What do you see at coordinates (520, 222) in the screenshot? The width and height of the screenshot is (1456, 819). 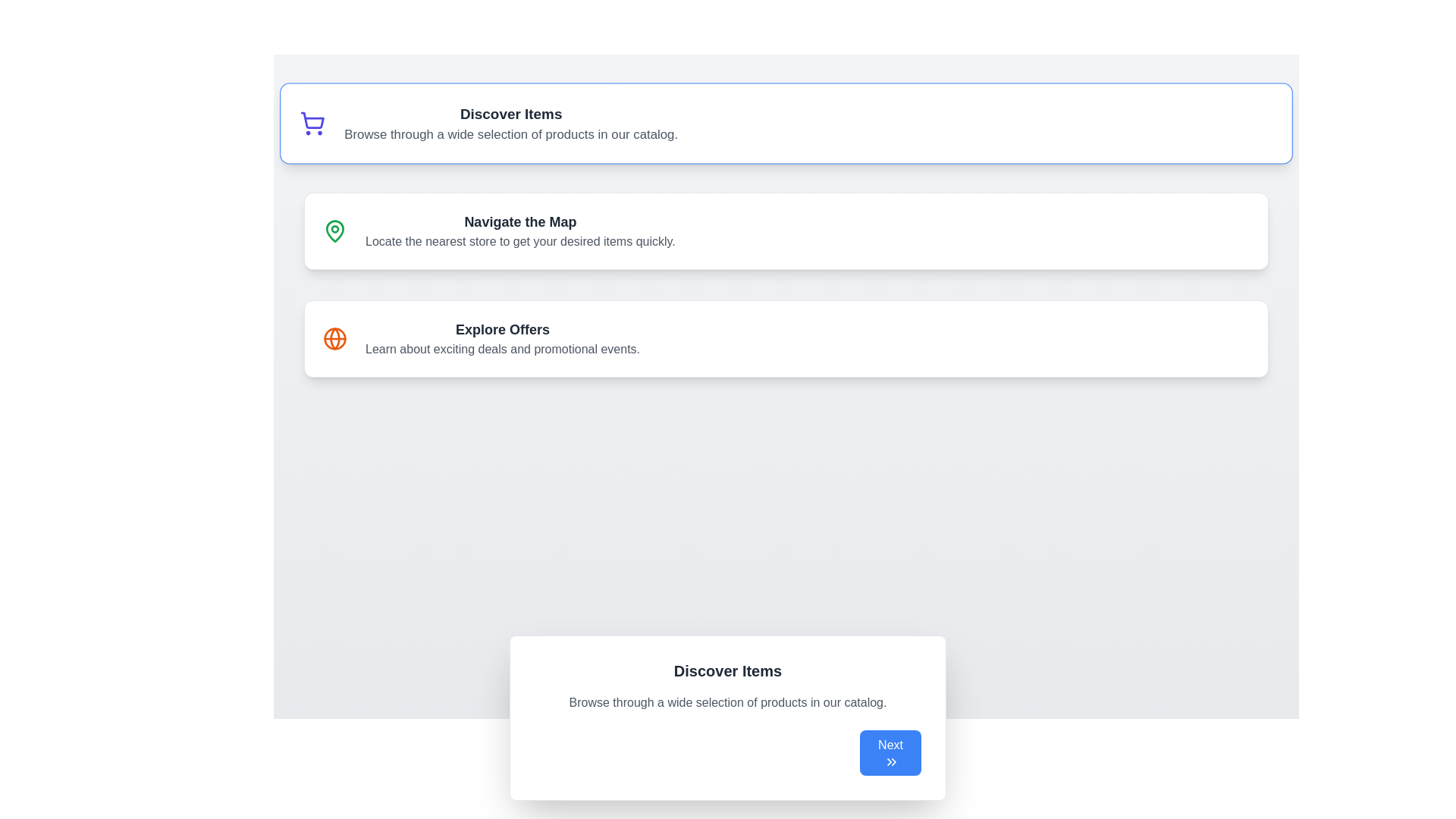 I see `the Text label that serves as a title for the related section, positioned centrally between the 'Discover Items' and 'Explore Offers' sections` at bounding box center [520, 222].